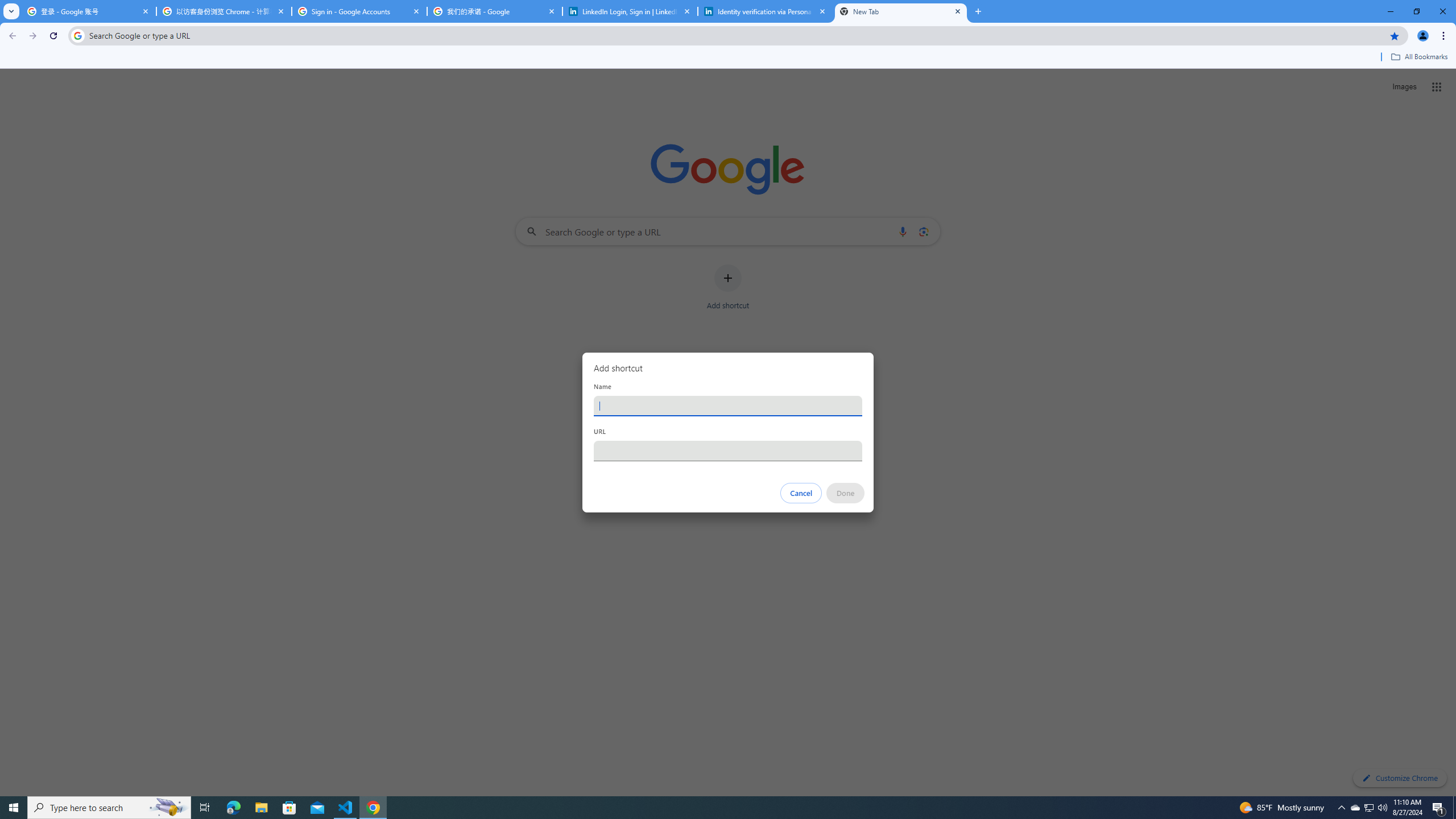 The width and height of the screenshot is (1456, 819). I want to click on 'New Tab', so click(900, 11).